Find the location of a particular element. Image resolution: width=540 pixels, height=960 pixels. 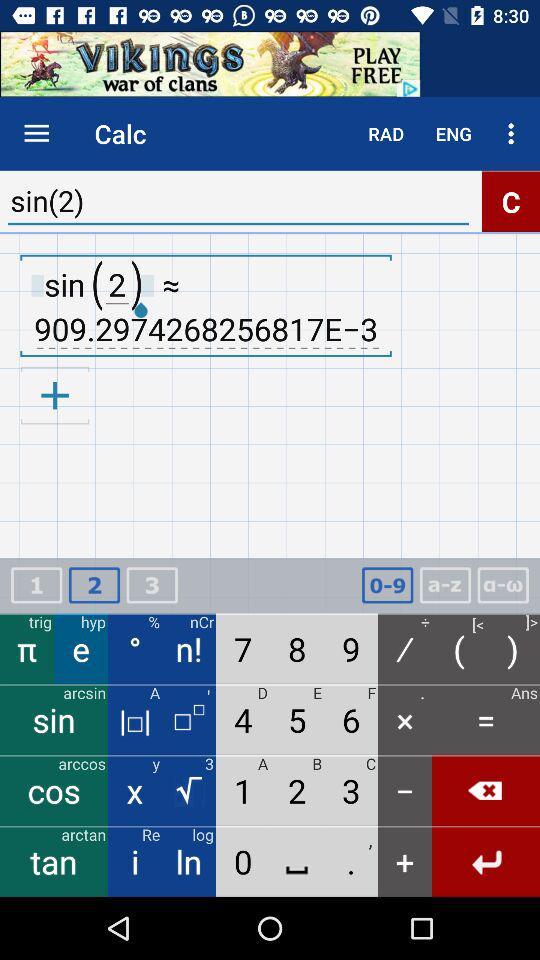

button a-z is located at coordinates (445, 585).